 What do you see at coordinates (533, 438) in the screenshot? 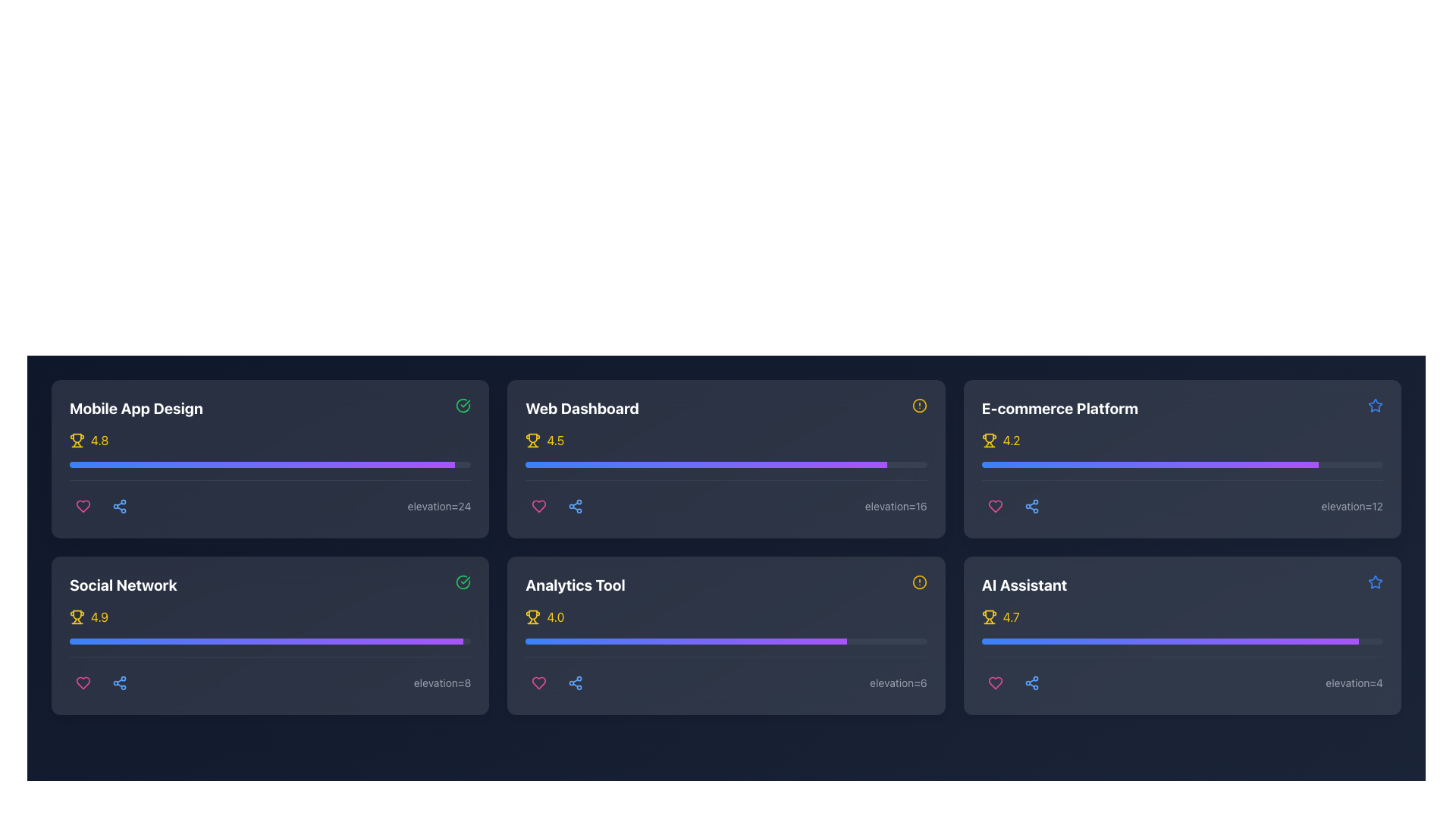
I see `the yellow trophy icon representing an award or achievement located in the upper left section of the 'Web Dashboard' card, adjacent to the rating score of '4.5'` at bounding box center [533, 438].